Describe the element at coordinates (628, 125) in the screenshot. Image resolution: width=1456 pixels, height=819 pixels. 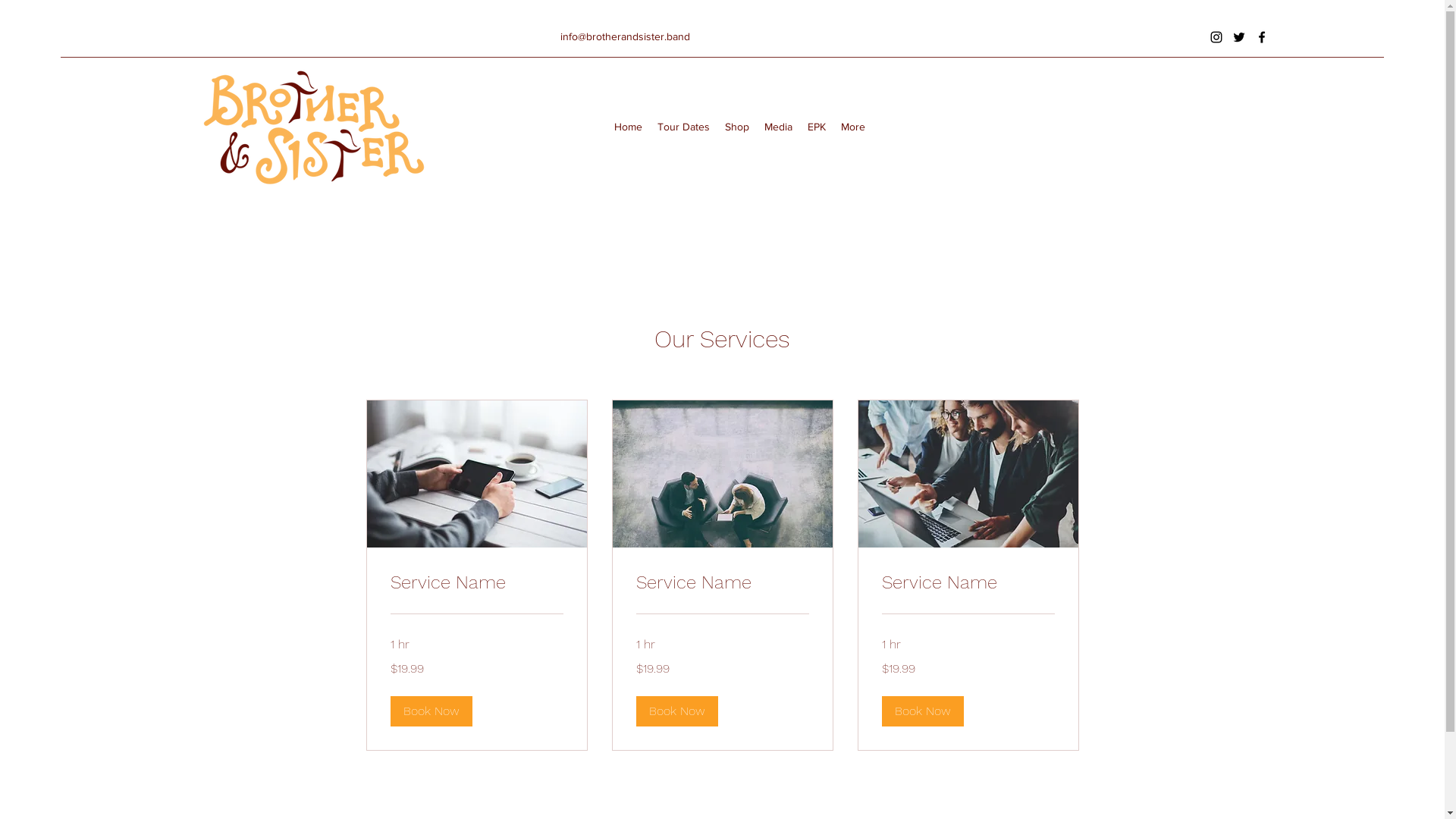
I see `'Home'` at that location.